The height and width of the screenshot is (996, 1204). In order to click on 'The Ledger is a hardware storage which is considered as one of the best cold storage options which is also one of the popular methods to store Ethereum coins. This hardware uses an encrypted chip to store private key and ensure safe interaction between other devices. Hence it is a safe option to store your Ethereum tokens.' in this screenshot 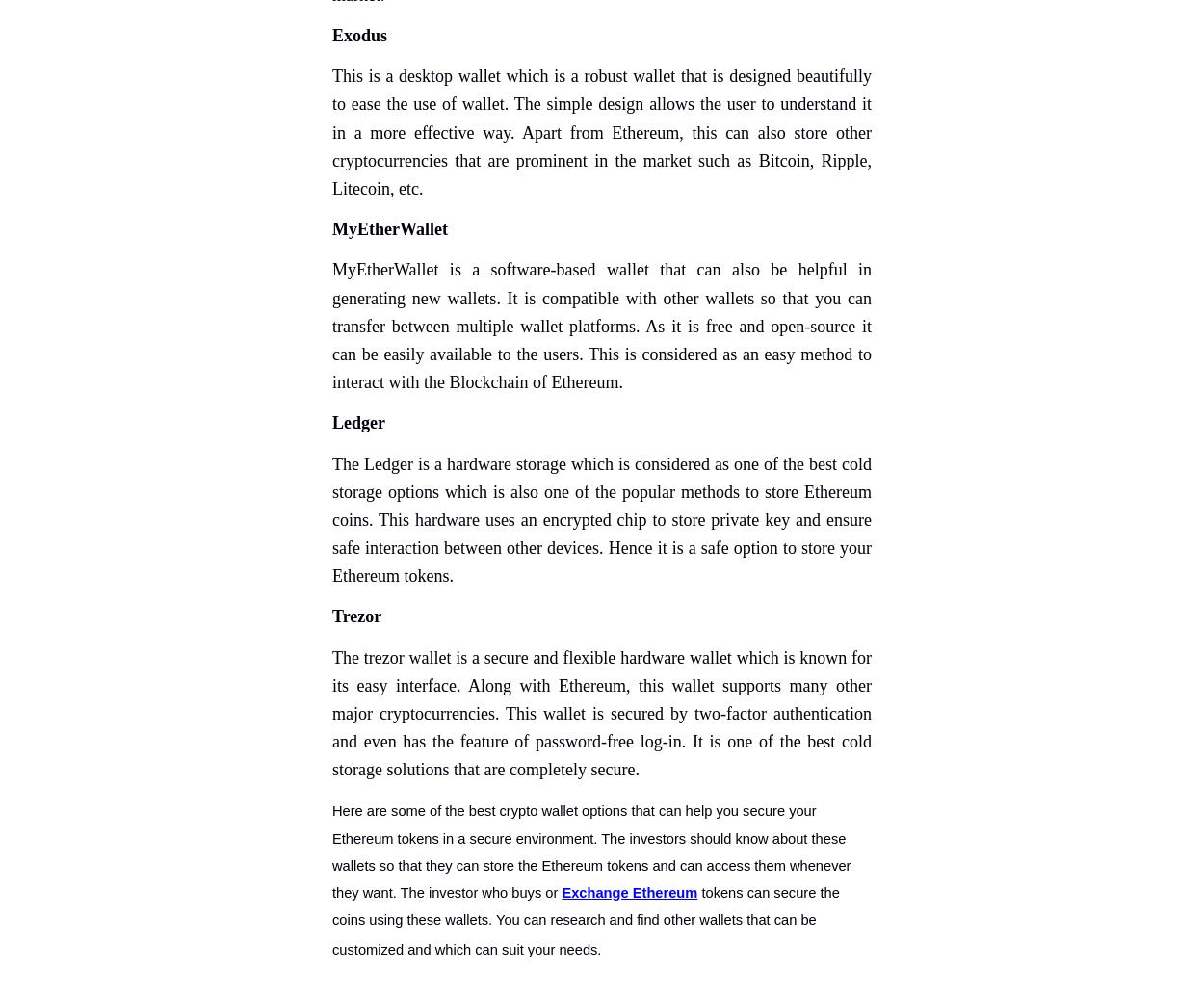, I will do `click(602, 519)`.